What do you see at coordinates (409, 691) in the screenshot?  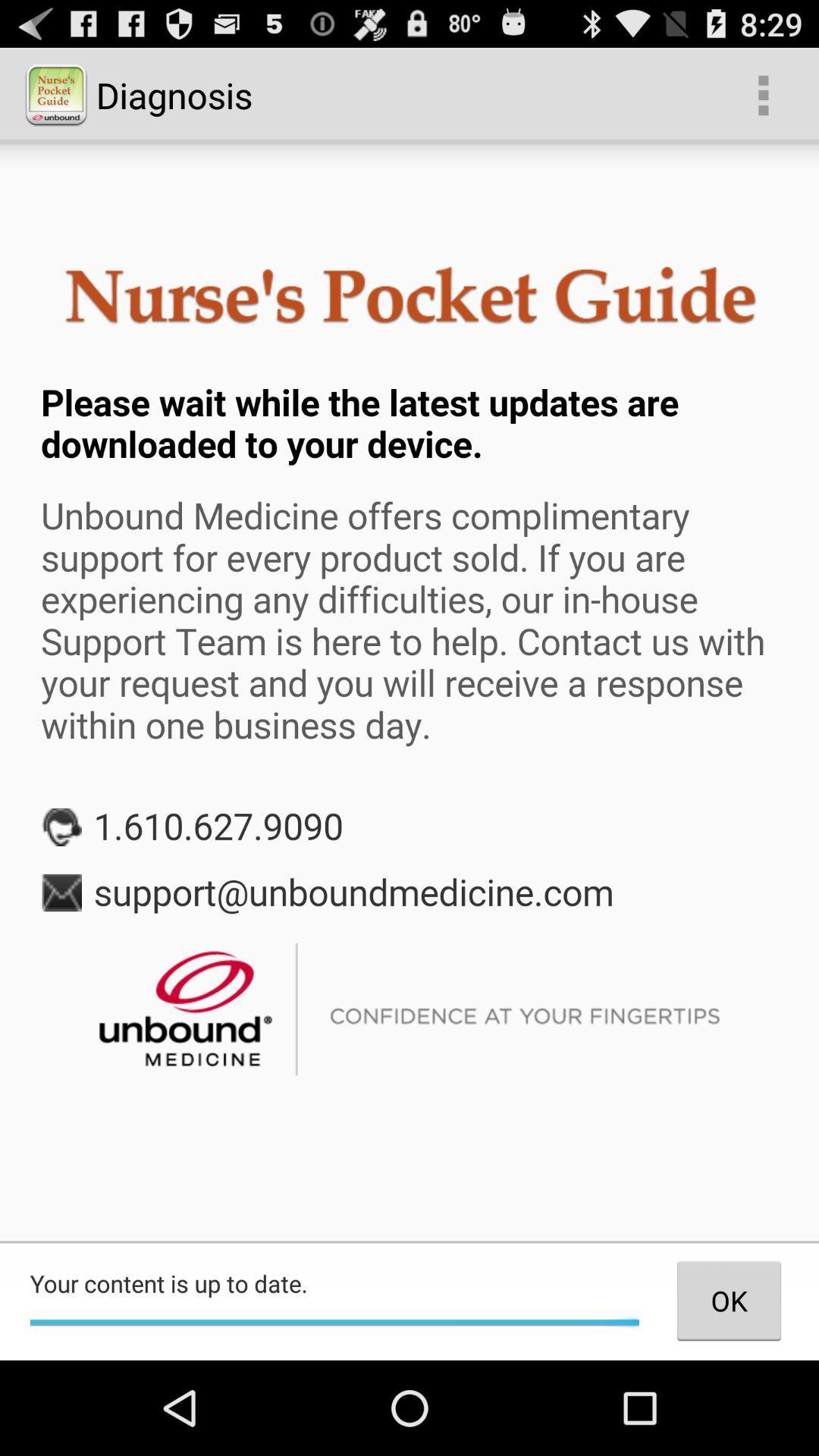 I see `share the article` at bounding box center [409, 691].